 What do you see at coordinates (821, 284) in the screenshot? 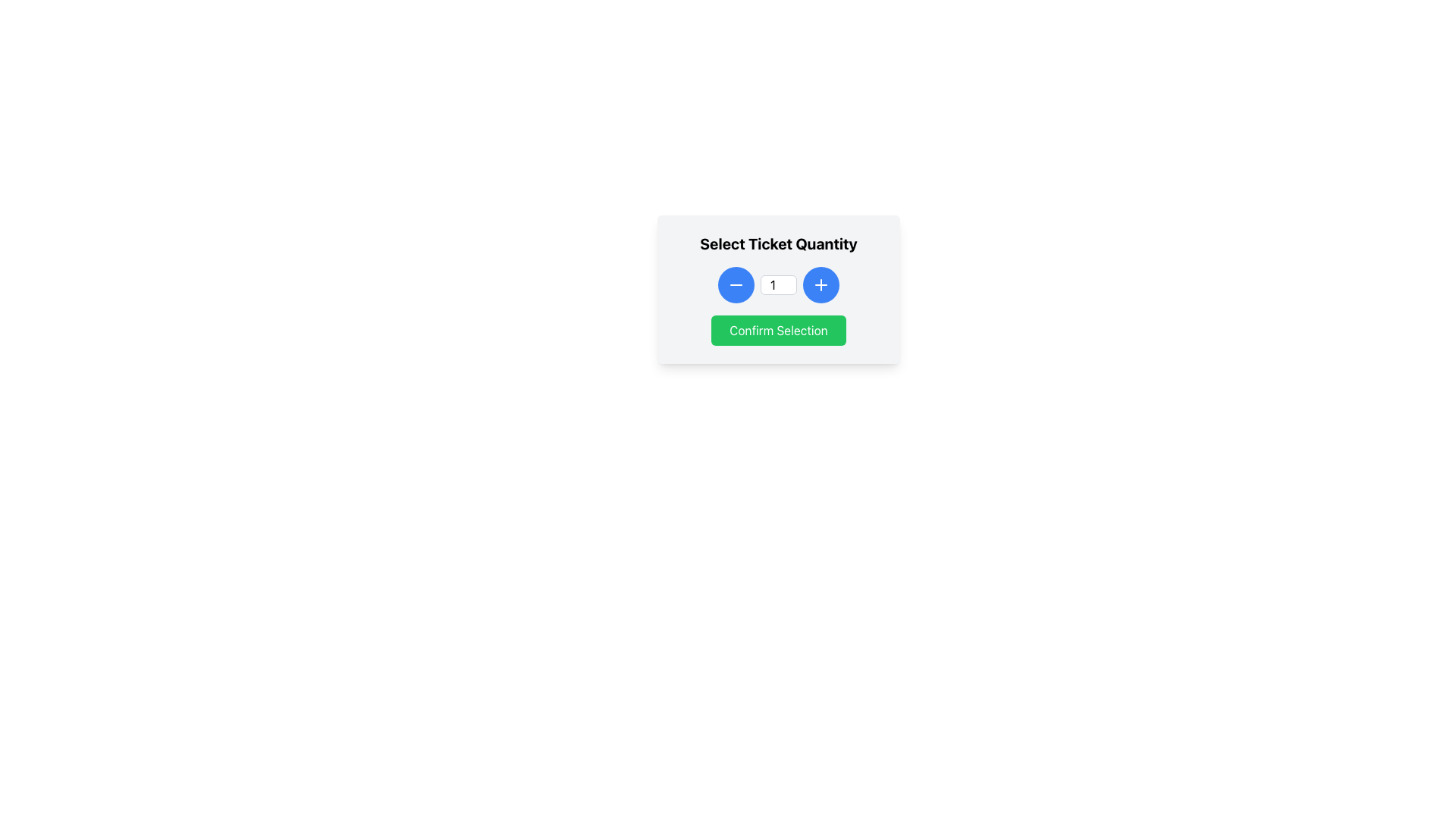
I see `the increment button located to the right of the numeric input field for keyboard interaction` at bounding box center [821, 284].